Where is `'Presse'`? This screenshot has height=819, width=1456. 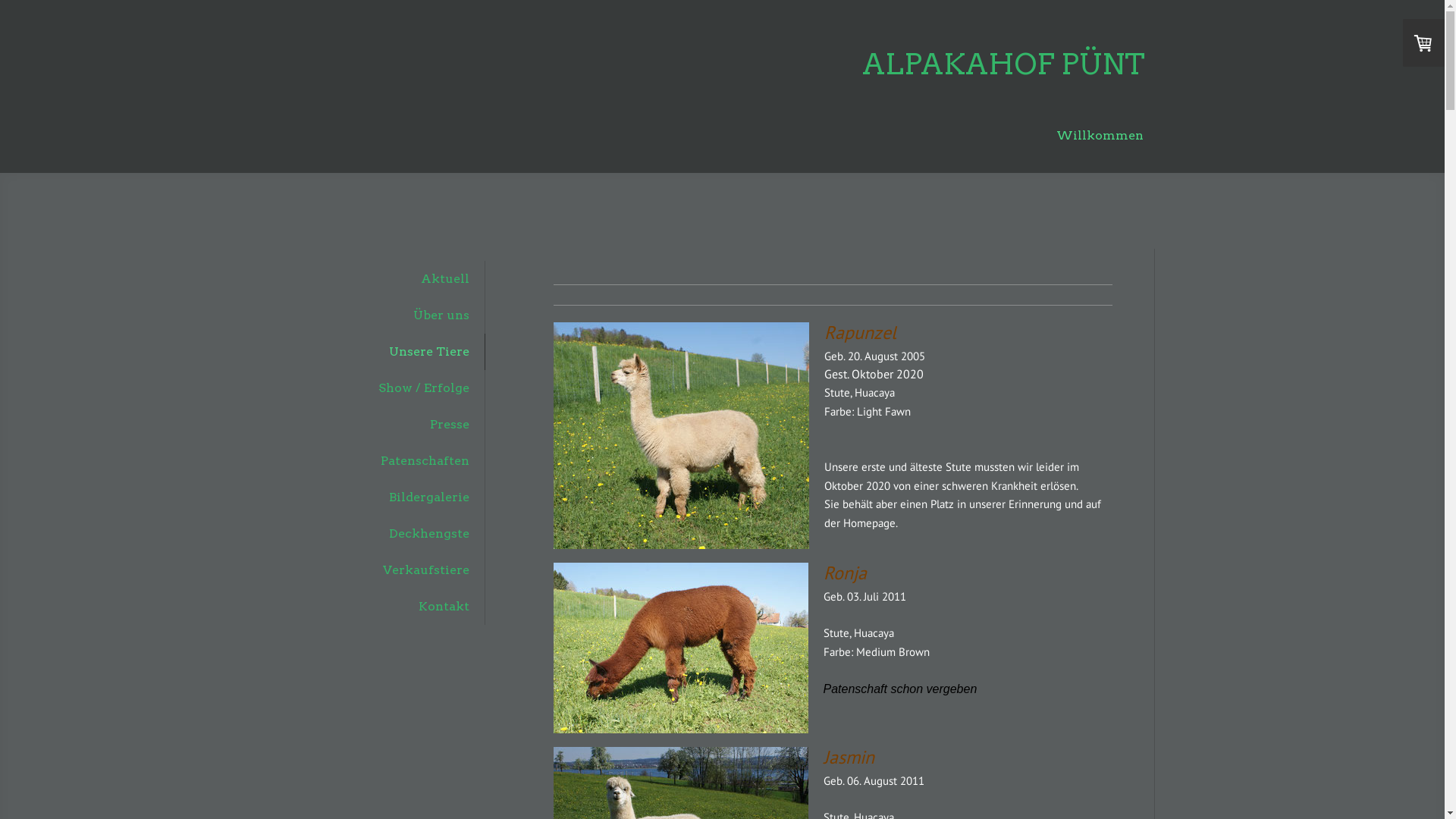 'Presse' is located at coordinates (403, 424).